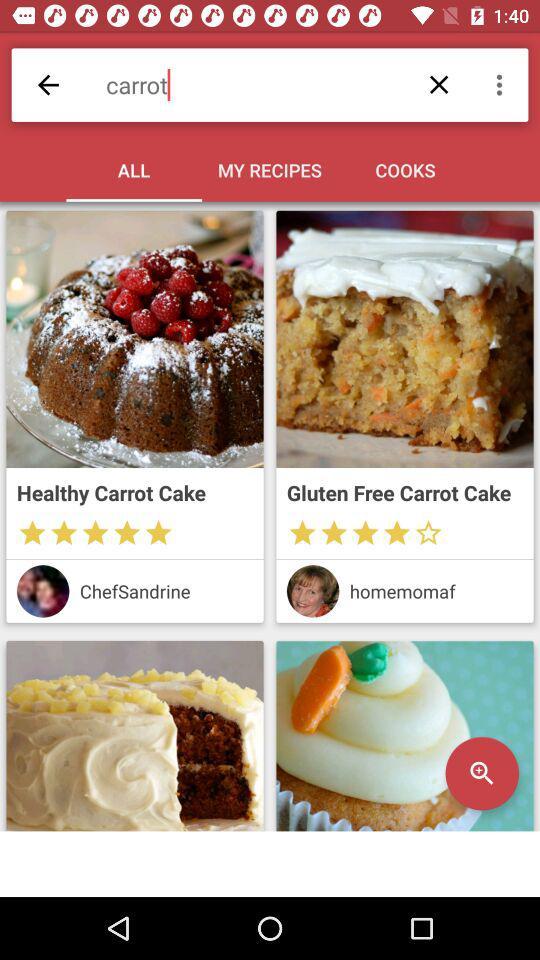  Describe the element at coordinates (165, 591) in the screenshot. I see `chefsandrine item` at that location.